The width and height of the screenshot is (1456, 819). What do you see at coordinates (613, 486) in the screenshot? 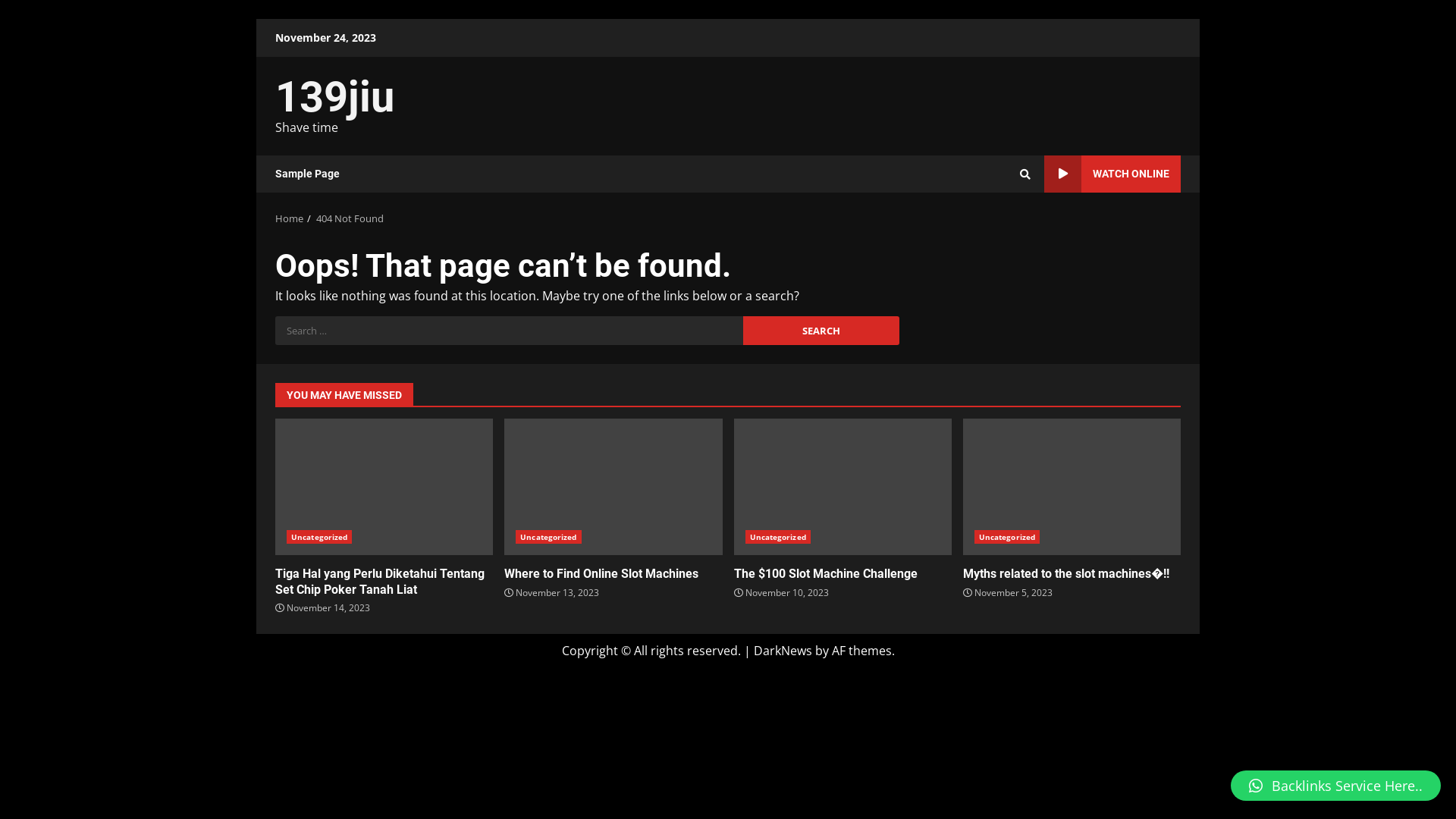
I see `'Where to Find Online Slot Machines'` at bounding box center [613, 486].